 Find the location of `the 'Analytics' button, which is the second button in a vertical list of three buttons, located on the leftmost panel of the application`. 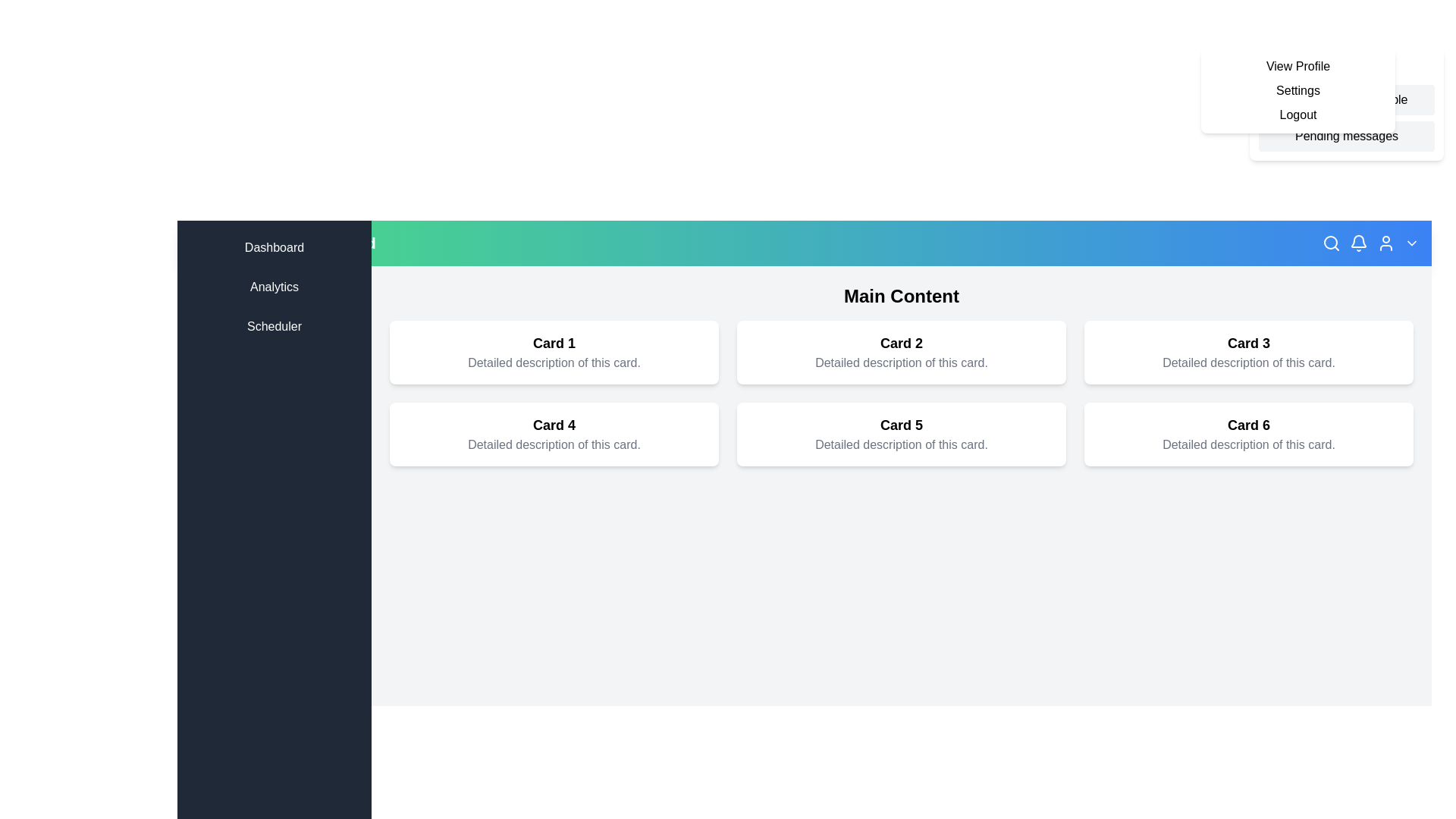

the 'Analytics' button, which is the second button in a vertical list of three buttons, located on the leftmost panel of the application is located at coordinates (274, 287).